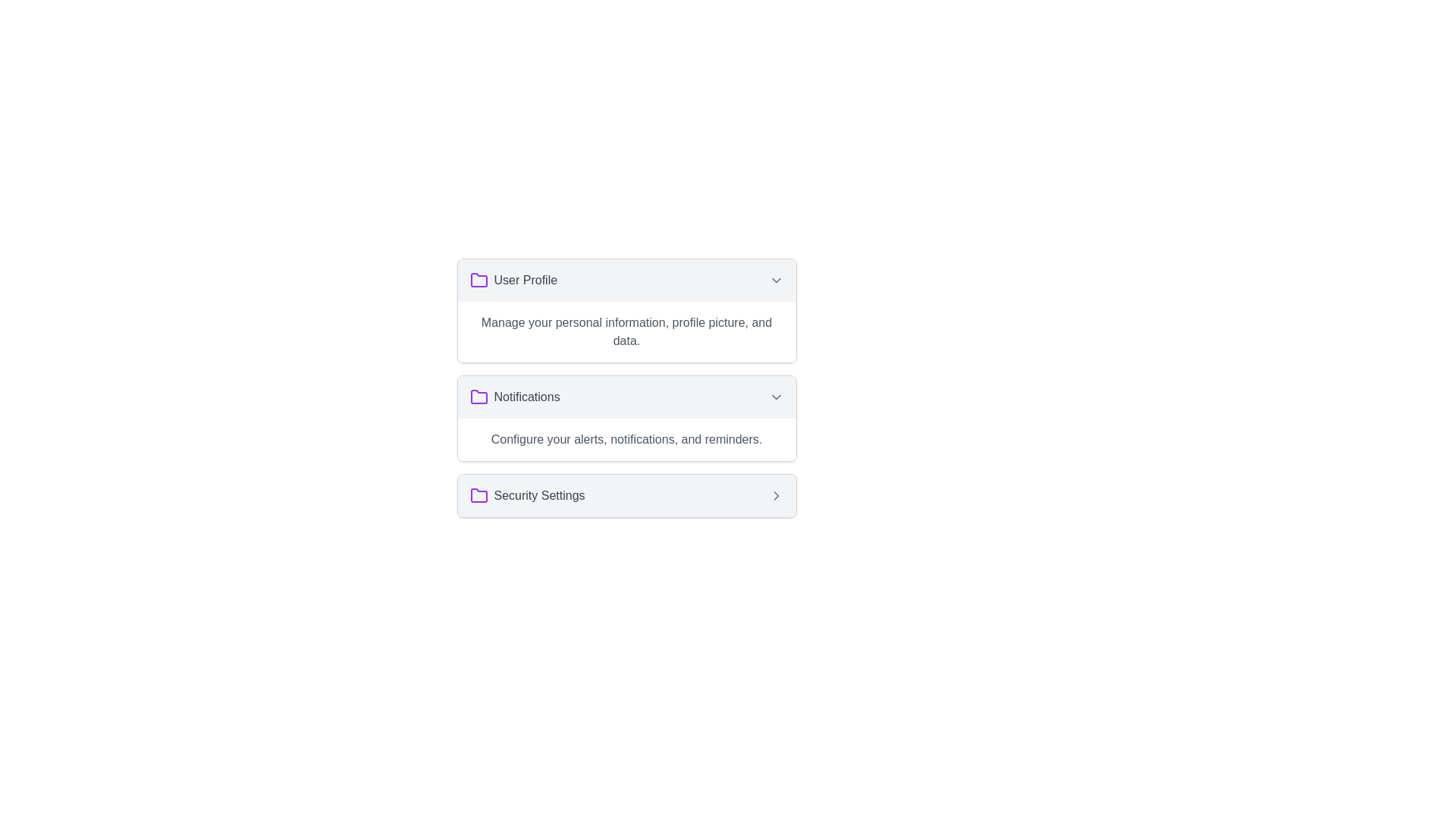 Image resolution: width=1456 pixels, height=819 pixels. What do you see at coordinates (626, 418) in the screenshot?
I see `the 'Notifications' panel, which has the title 'Notifications' and the description 'Configure your alerts, notifications, and reminders.'` at bounding box center [626, 418].